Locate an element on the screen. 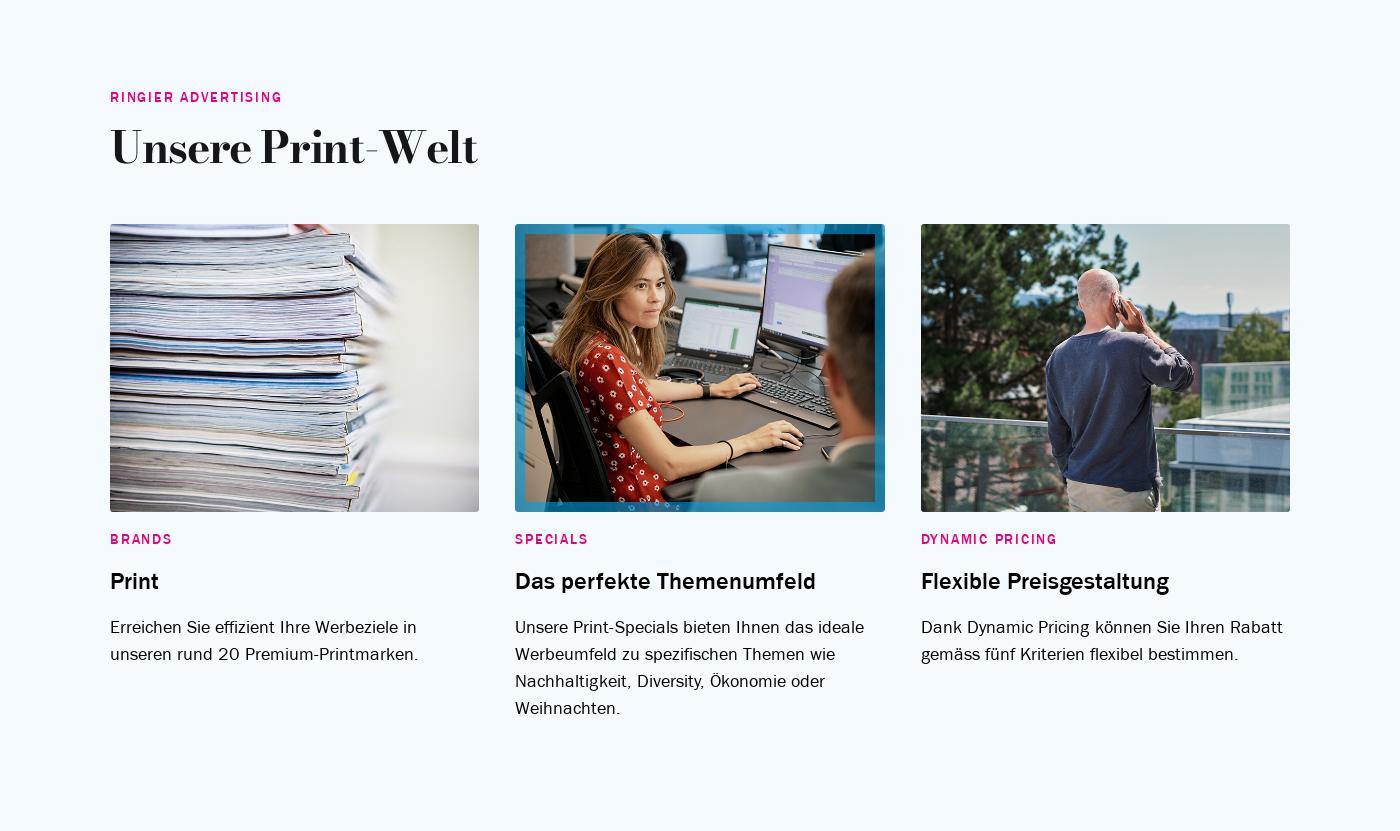 The height and width of the screenshot is (831, 1400). 'Melden Sie sich für unseren Newsletter an und bleiben Sie über aktuelle Angebote, Produktneuheiten und weitere News informiert.' is located at coordinates (699, 138).